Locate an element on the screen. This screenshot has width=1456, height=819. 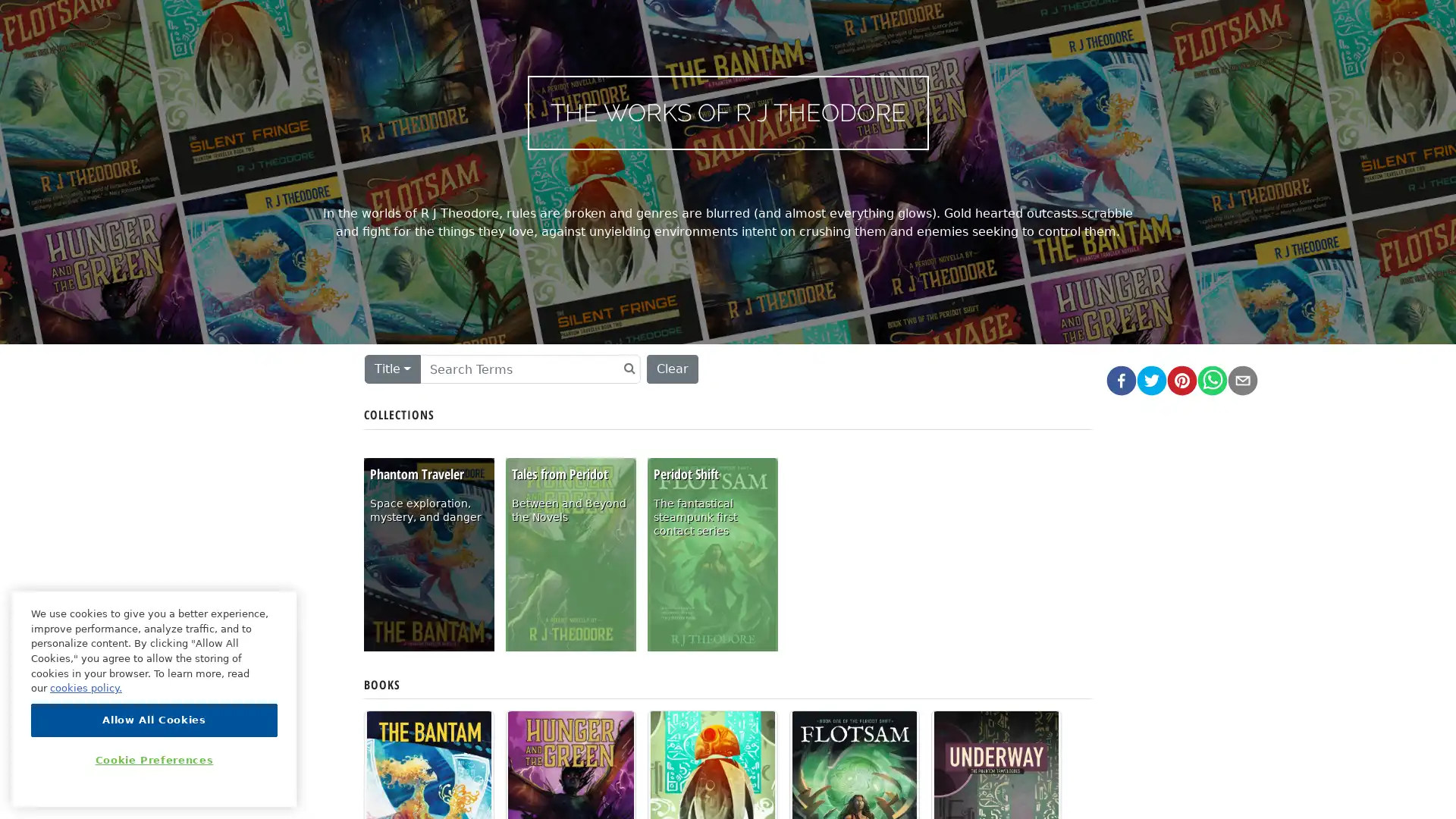
Cookie Preferences is located at coordinates (154, 760).